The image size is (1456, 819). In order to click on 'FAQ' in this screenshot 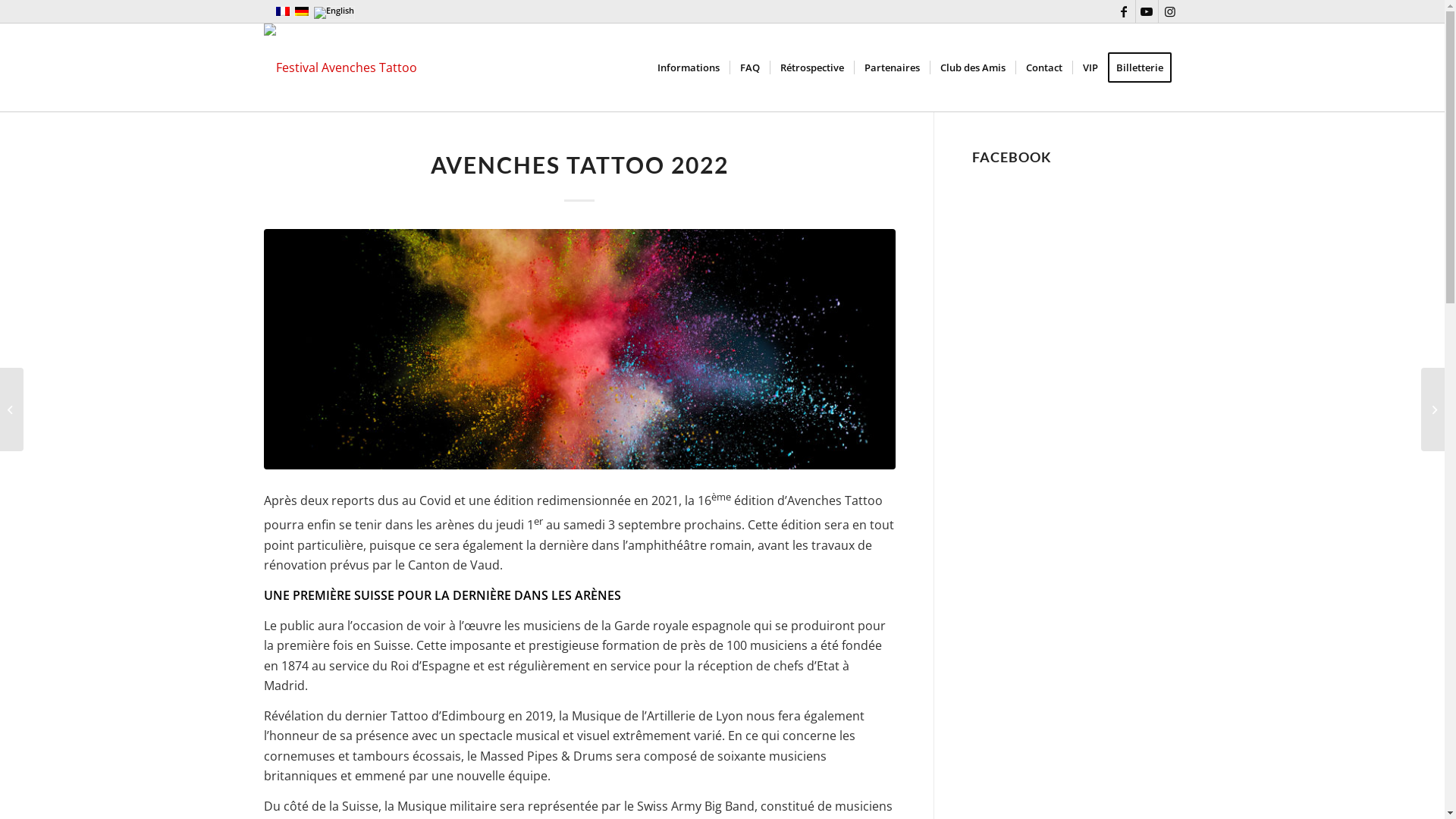, I will do `click(729, 66)`.